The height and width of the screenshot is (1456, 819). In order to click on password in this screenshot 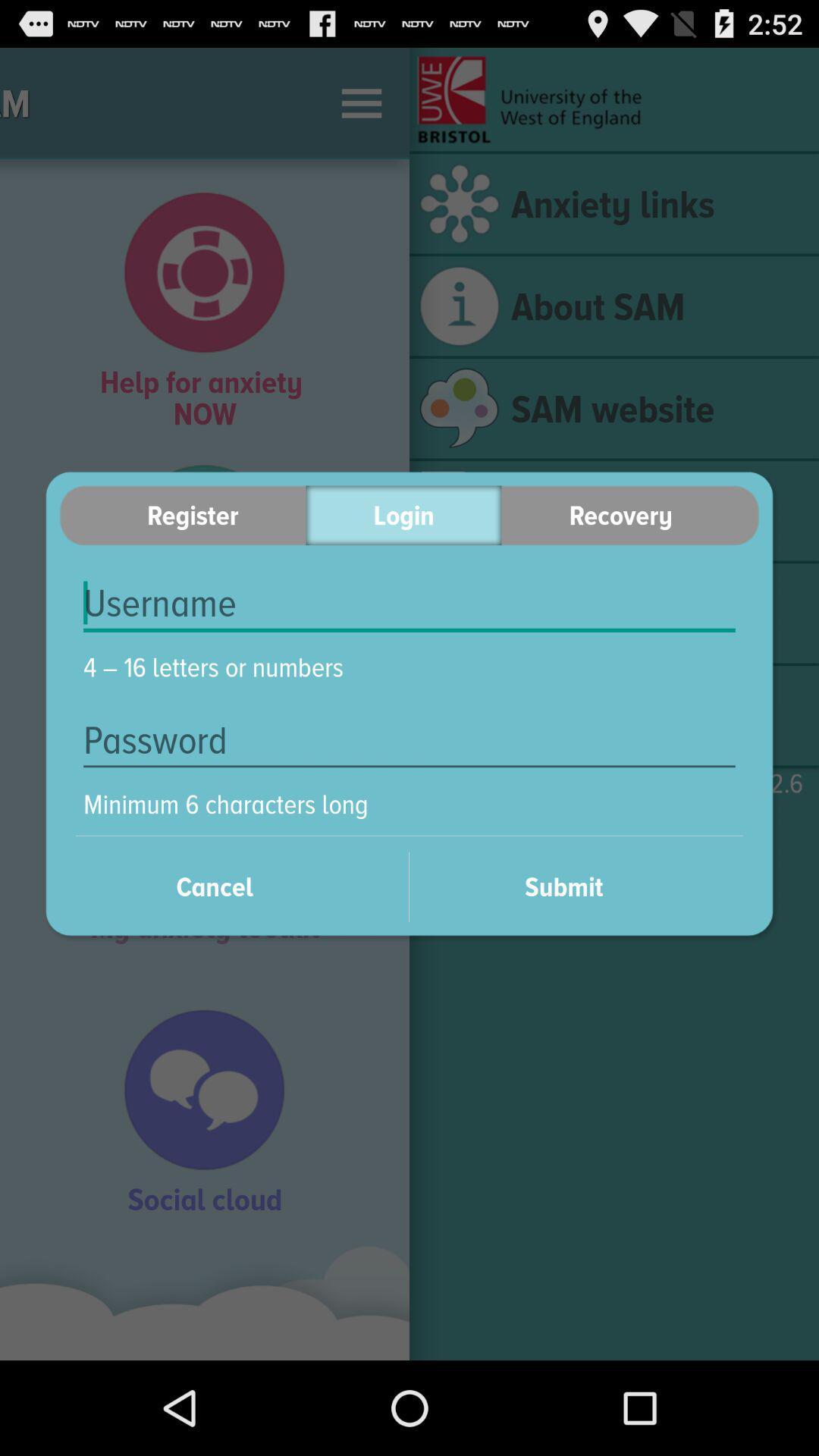, I will do `click(409, 740)`.